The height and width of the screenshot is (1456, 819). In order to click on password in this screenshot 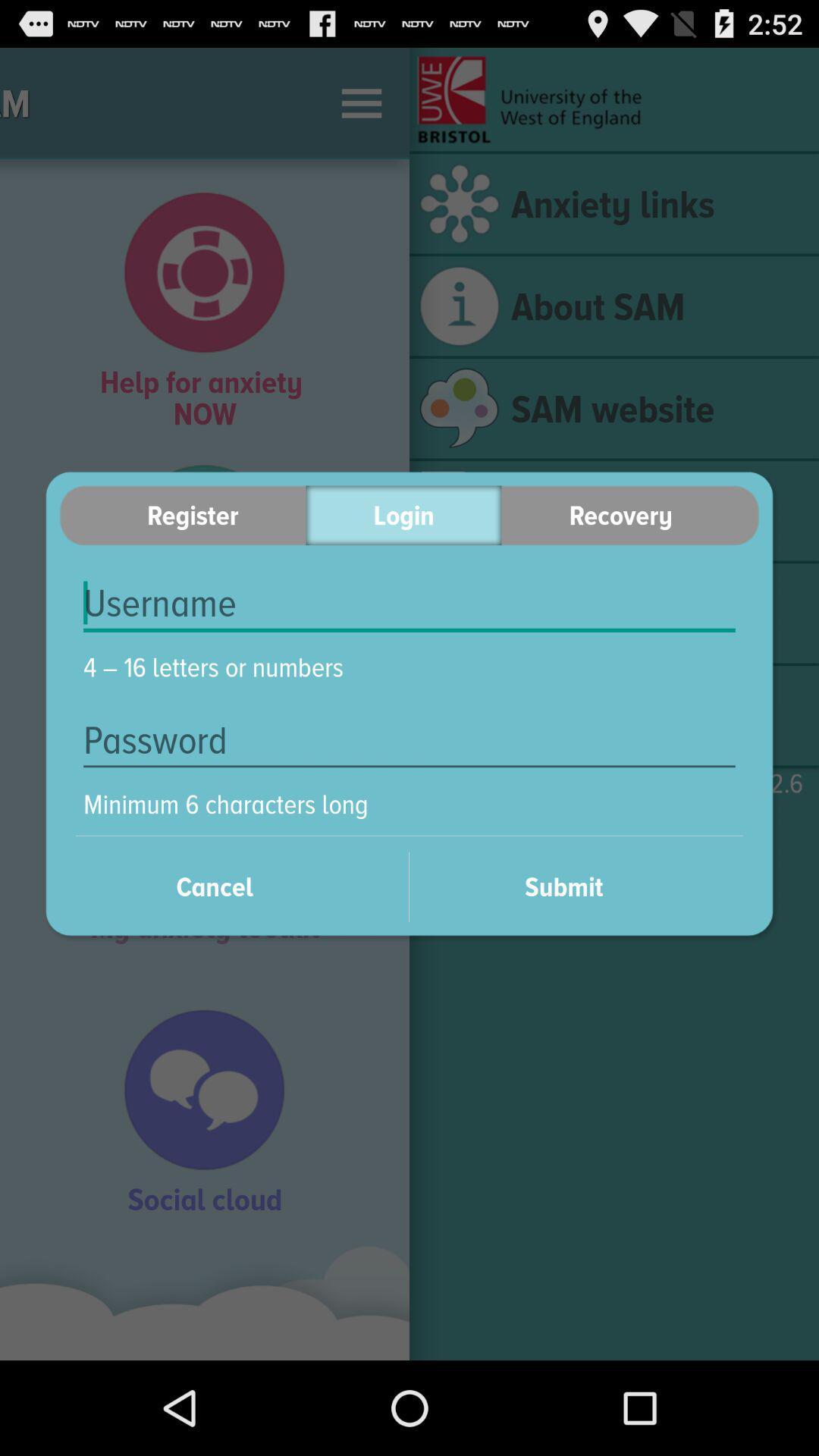, I will do `click(409, 740)`.